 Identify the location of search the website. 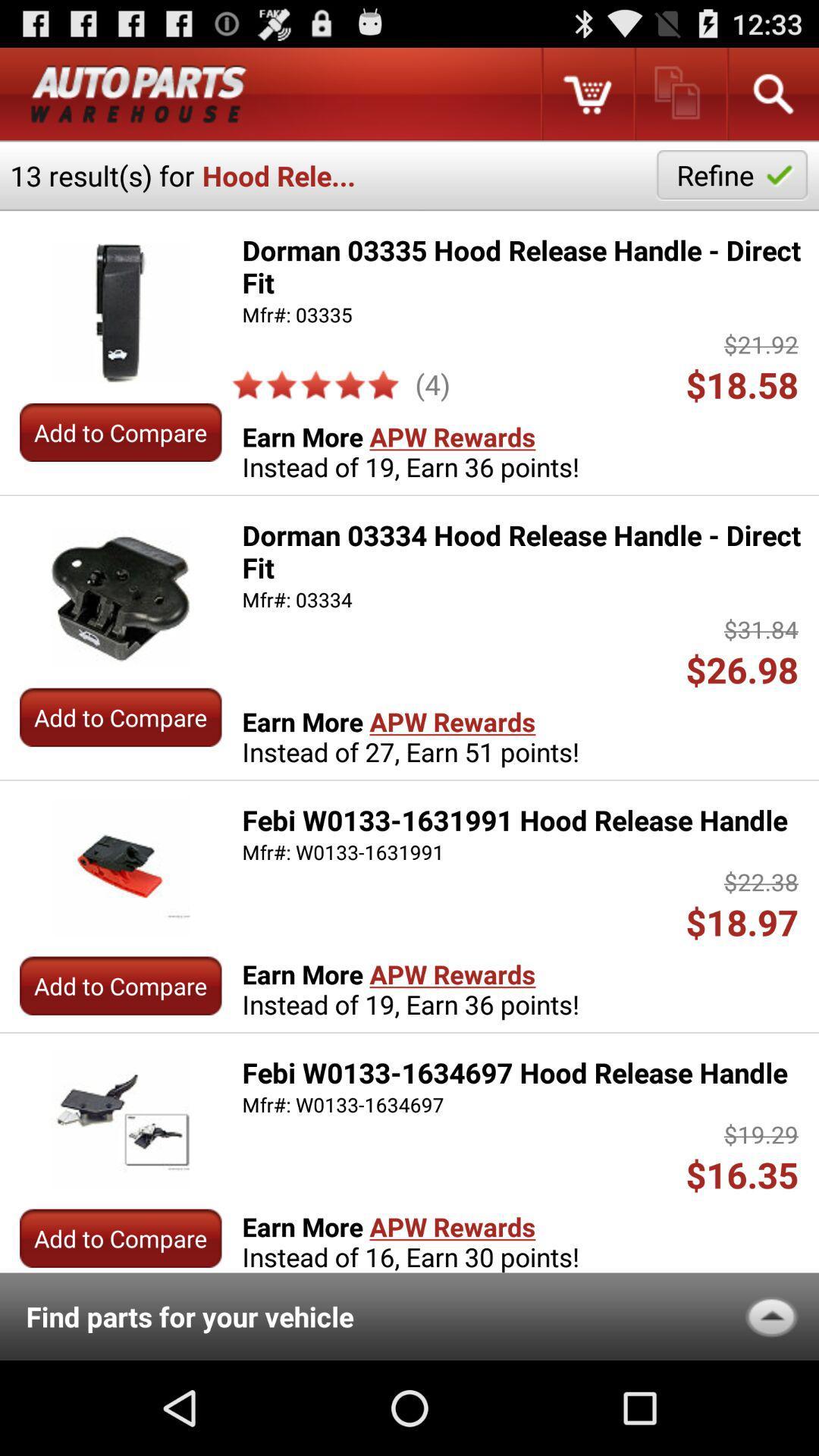
(772, 93).